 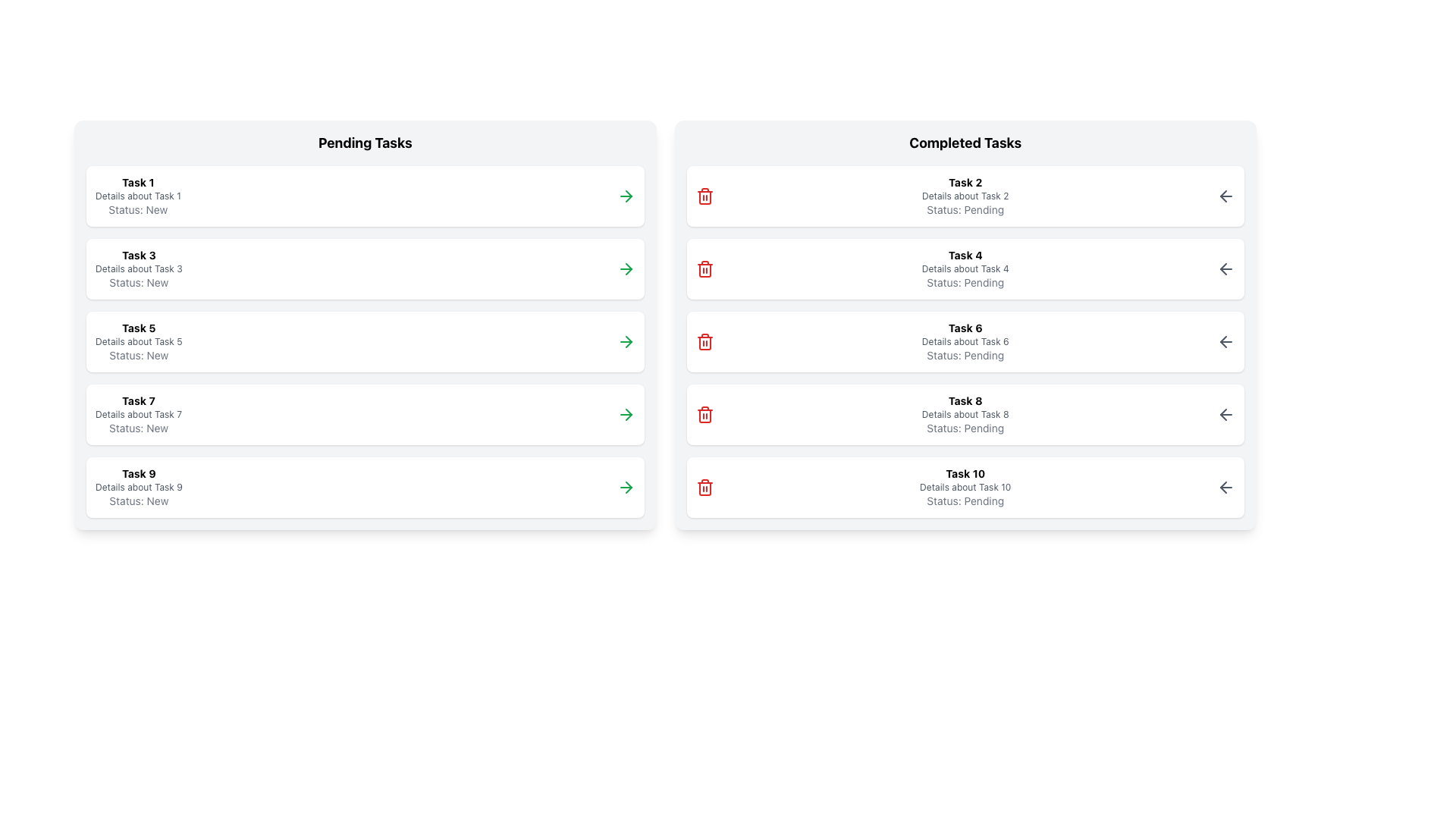 I want to click on the List Item labeled 'Task 3' which displays 'Details about Task 3' and 'Status: New', so click(x=139, y=268).